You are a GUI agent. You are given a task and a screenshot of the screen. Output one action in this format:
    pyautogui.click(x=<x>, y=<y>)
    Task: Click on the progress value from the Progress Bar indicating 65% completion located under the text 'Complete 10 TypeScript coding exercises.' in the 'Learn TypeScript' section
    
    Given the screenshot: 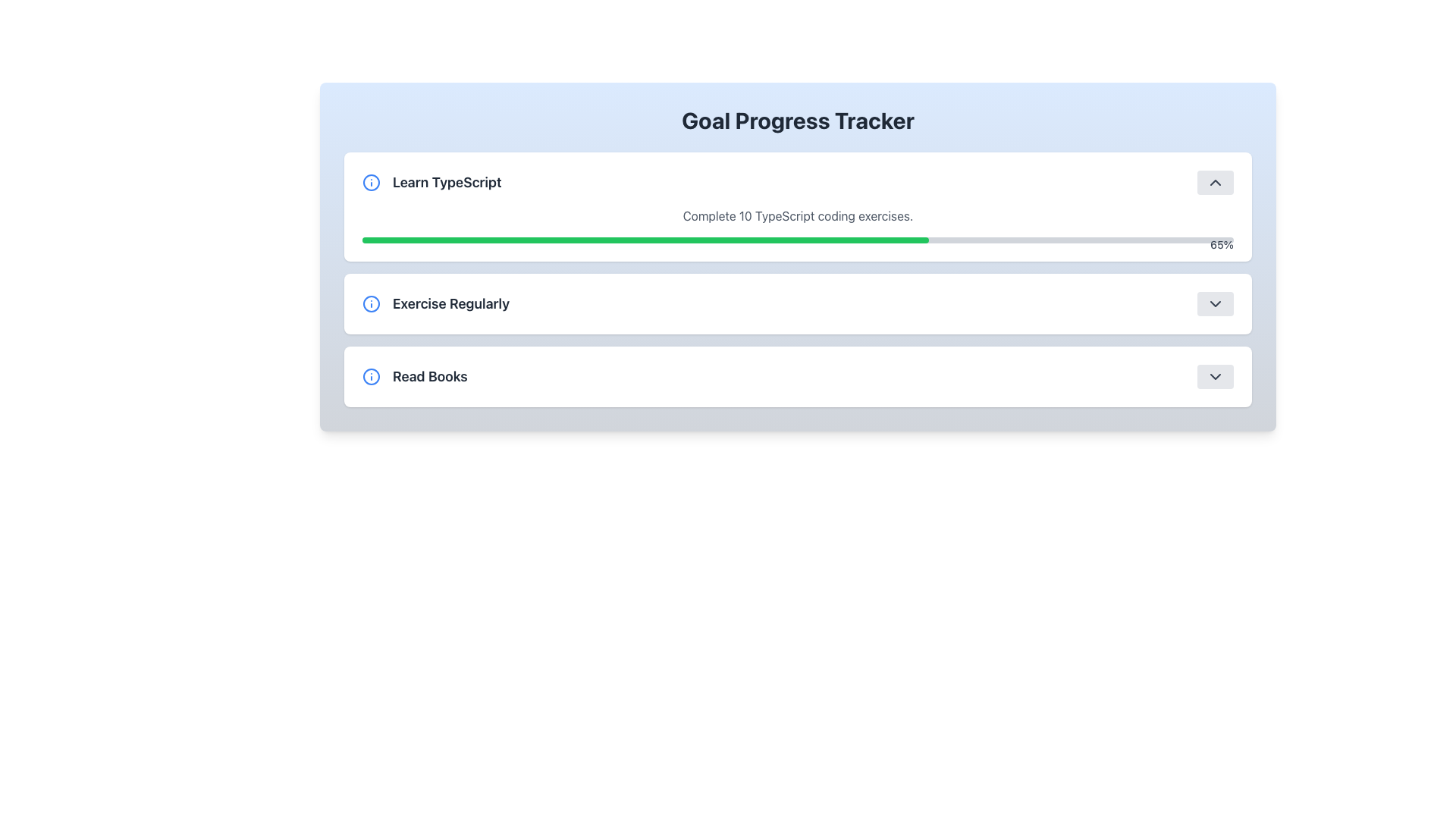 What is the action you would take?
    pyautogui.click(x=797, y=239)
    